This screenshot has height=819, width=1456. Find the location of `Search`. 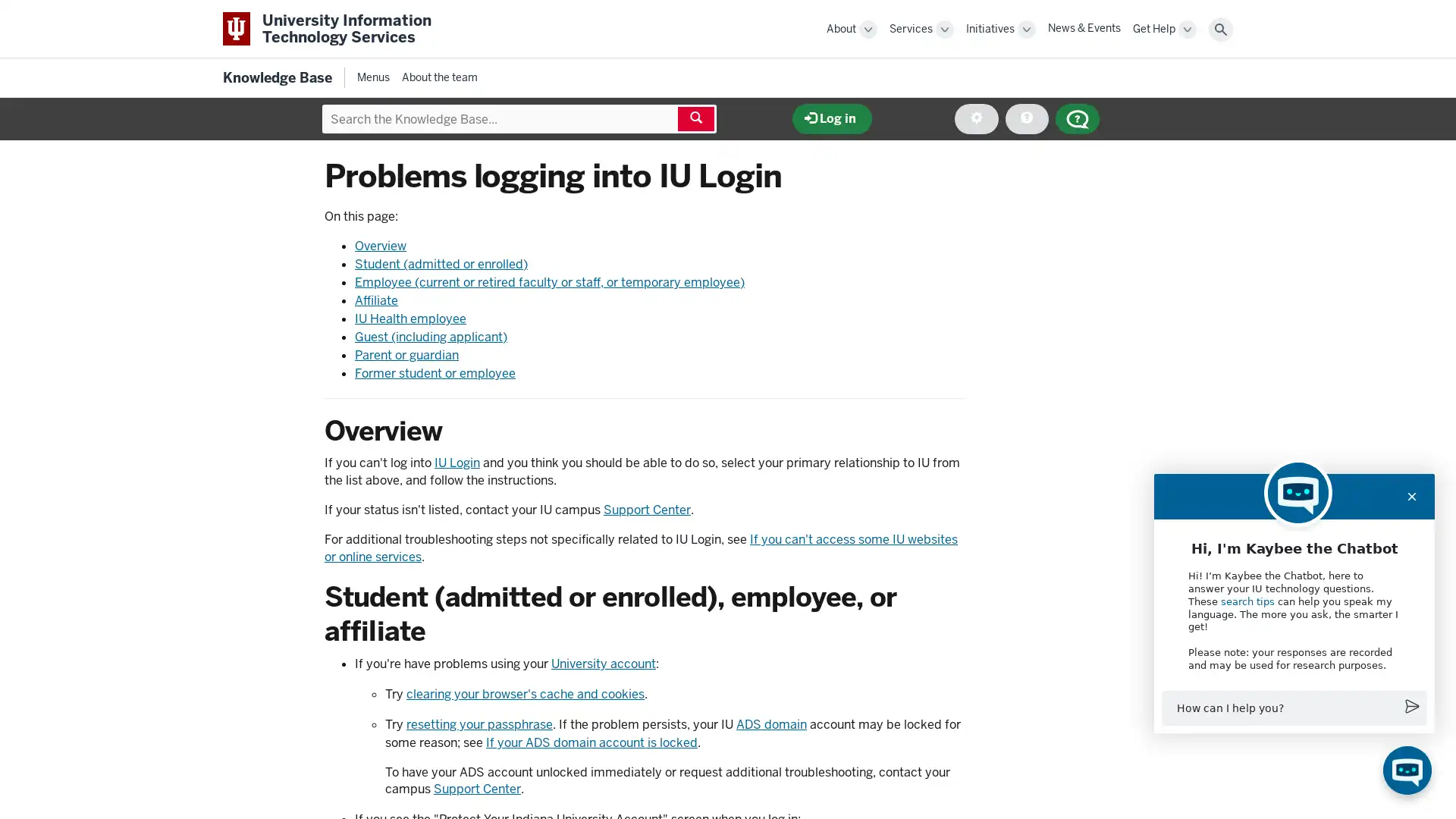

Search is located at coordinates (1220, 29).